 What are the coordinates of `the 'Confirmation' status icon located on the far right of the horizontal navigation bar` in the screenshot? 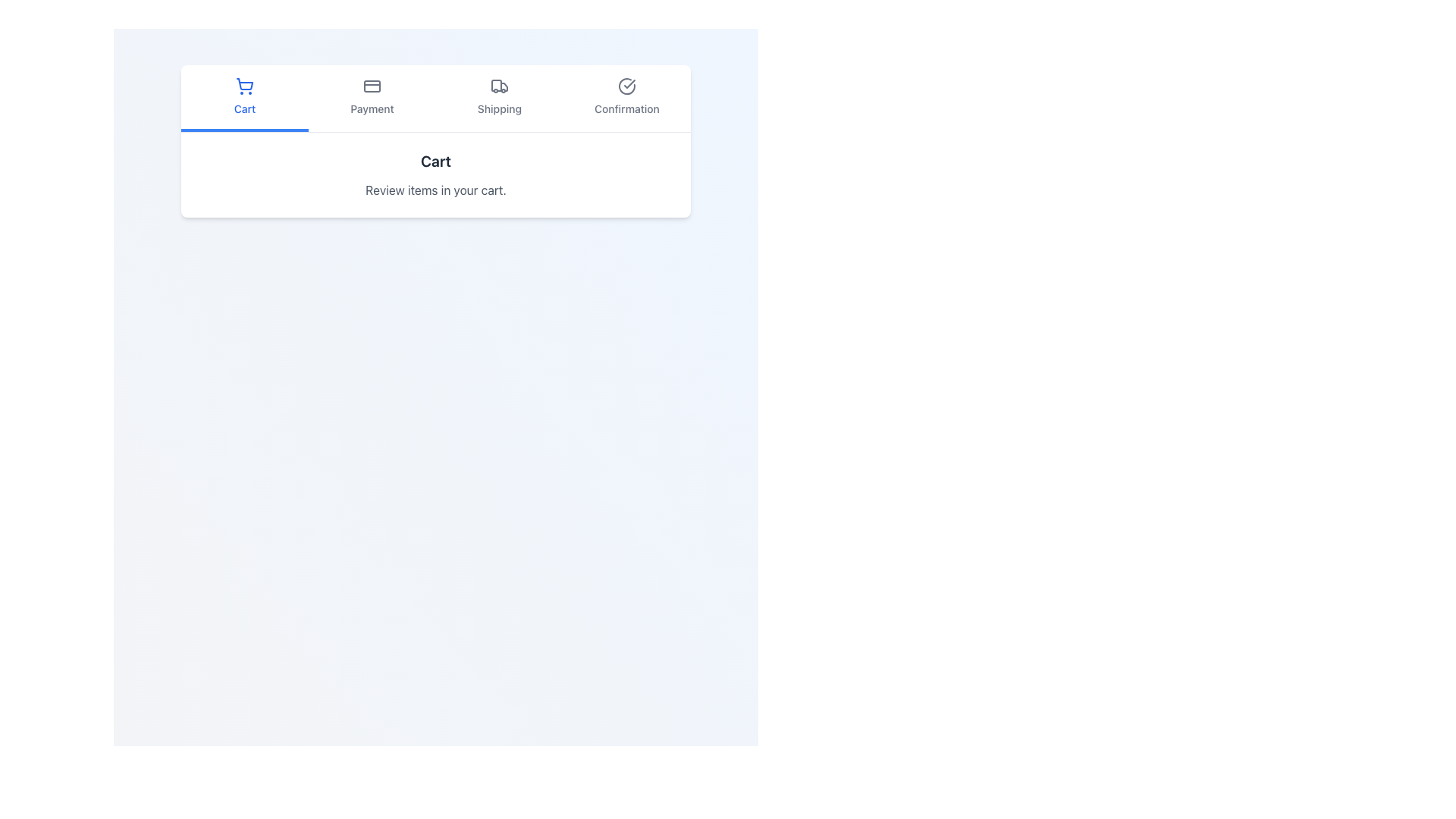 It's located at (629, 84).